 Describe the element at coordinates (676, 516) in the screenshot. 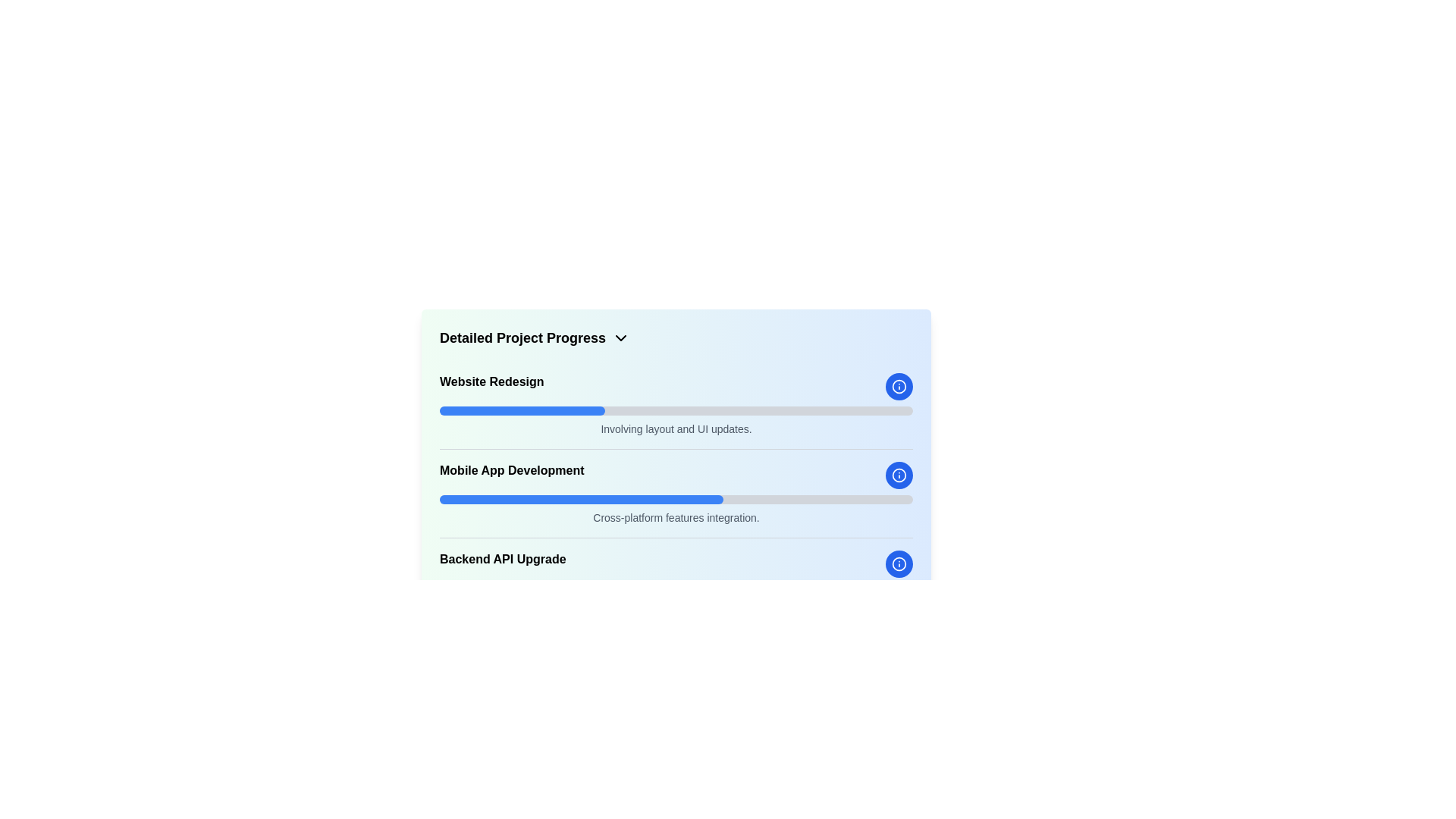

I see `the supplementary description text for the 'Mobile App Development' section, located below the blue progress bar` at that location.